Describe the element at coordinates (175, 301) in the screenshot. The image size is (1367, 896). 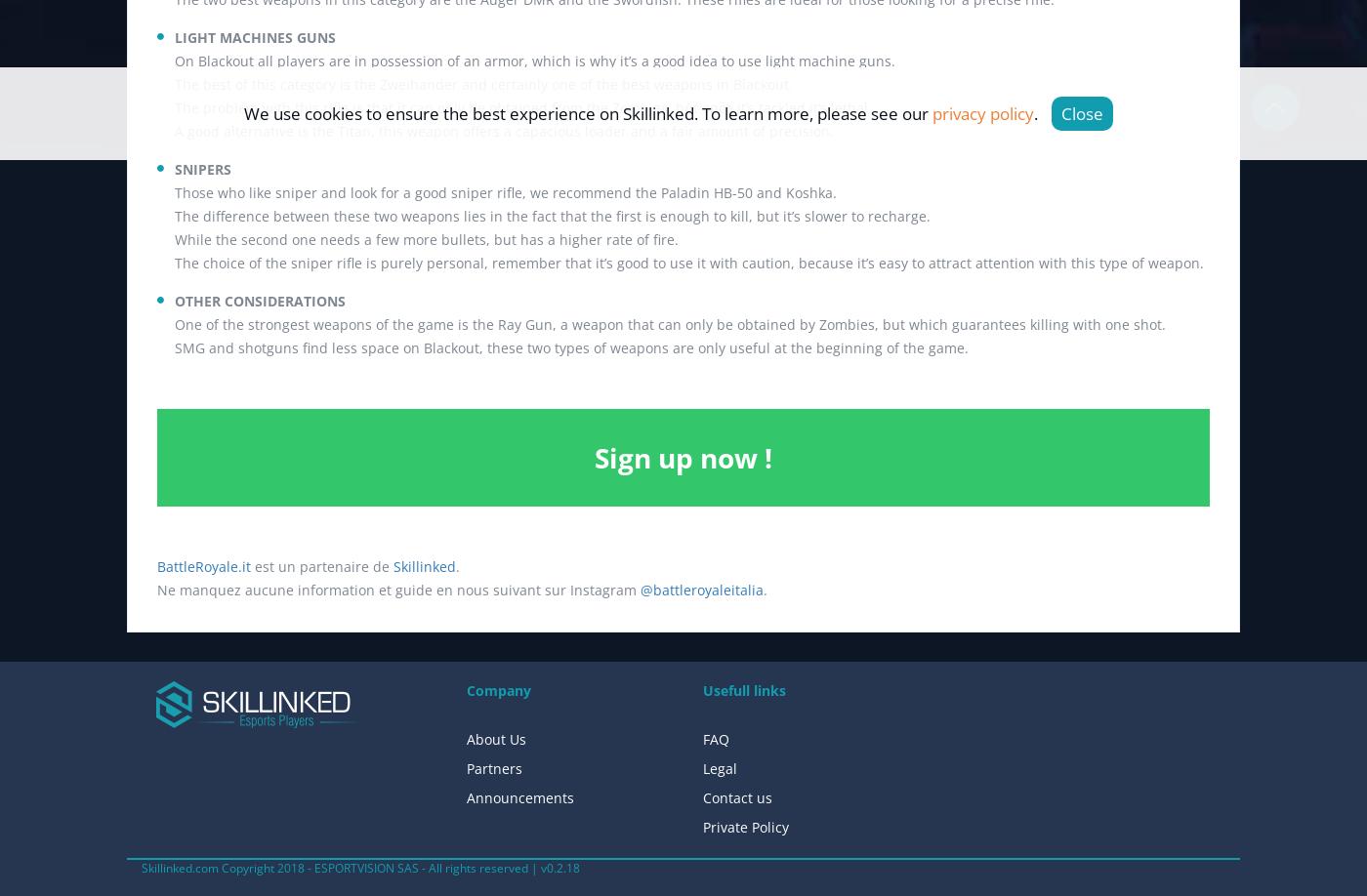
I see `'OTHER CONSIDERATIONS'` at that location.